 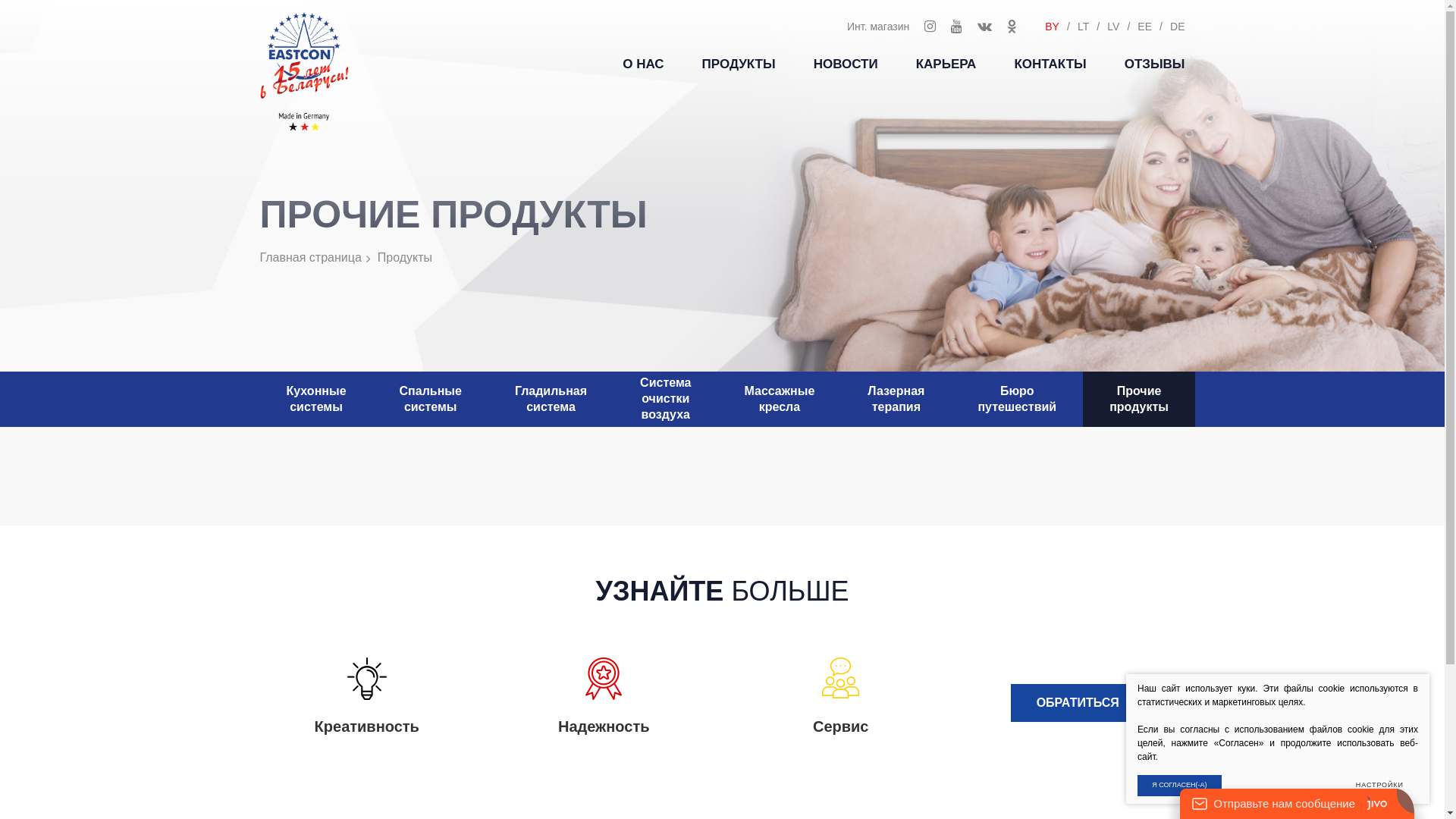 I want to click on 'EE', so click(x=1128, y=27).